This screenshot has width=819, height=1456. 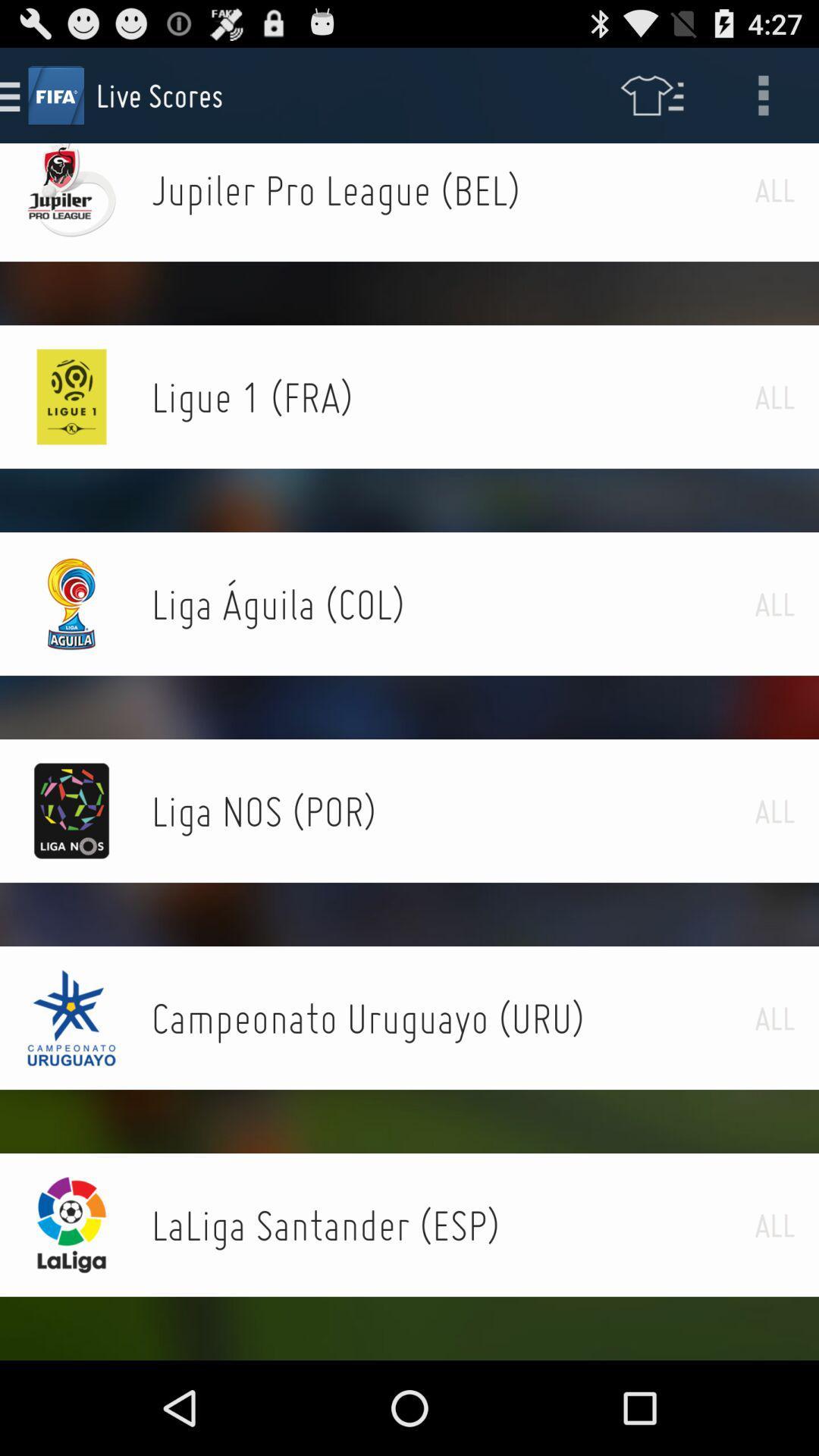 What do you see at coordinates (55, 94) in the screenshot?
I see `the text fifa which is left side of the text live scores` at bounding box center [55, 94].